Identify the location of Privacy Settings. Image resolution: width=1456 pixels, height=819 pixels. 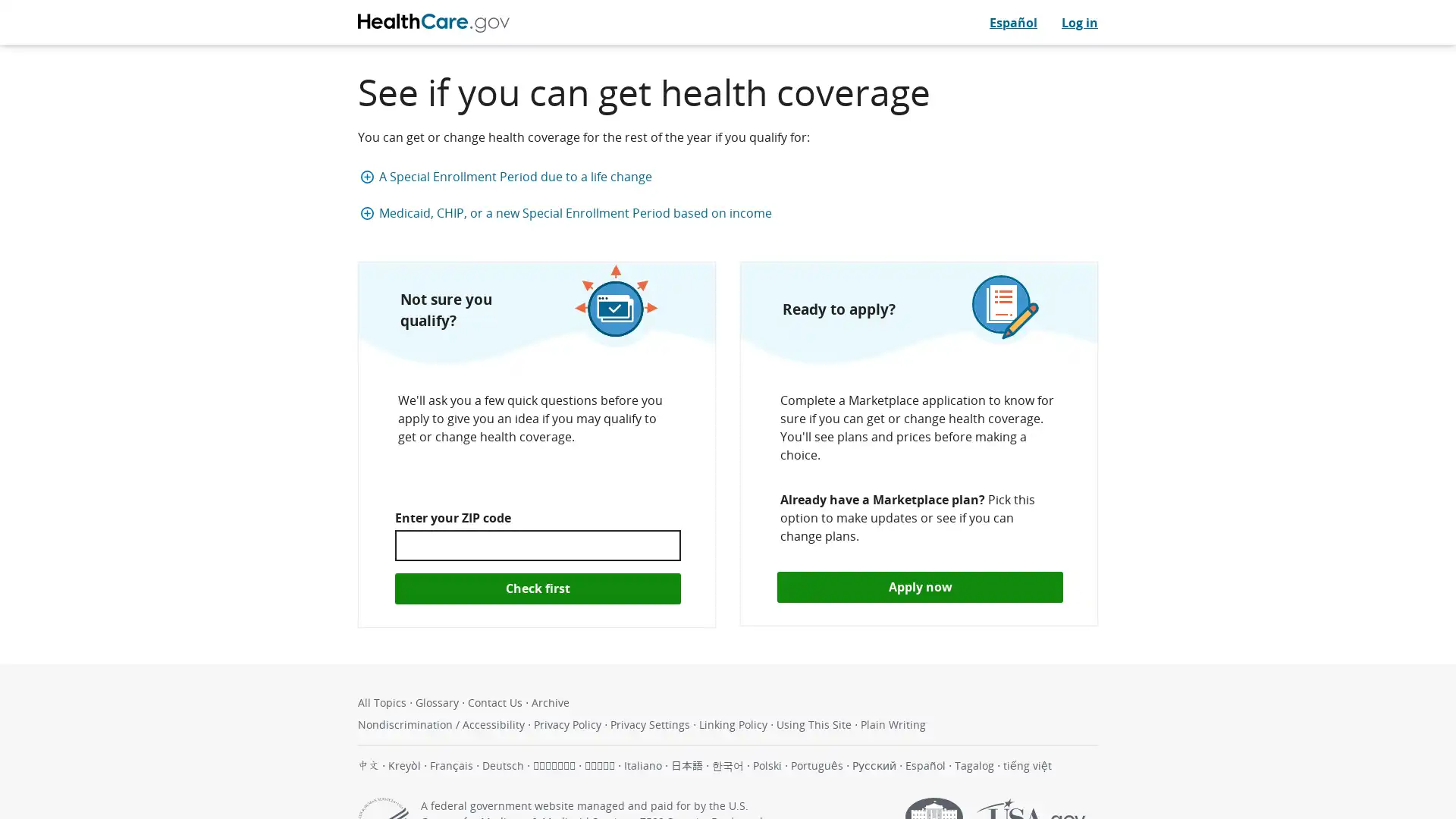
(651, 723).